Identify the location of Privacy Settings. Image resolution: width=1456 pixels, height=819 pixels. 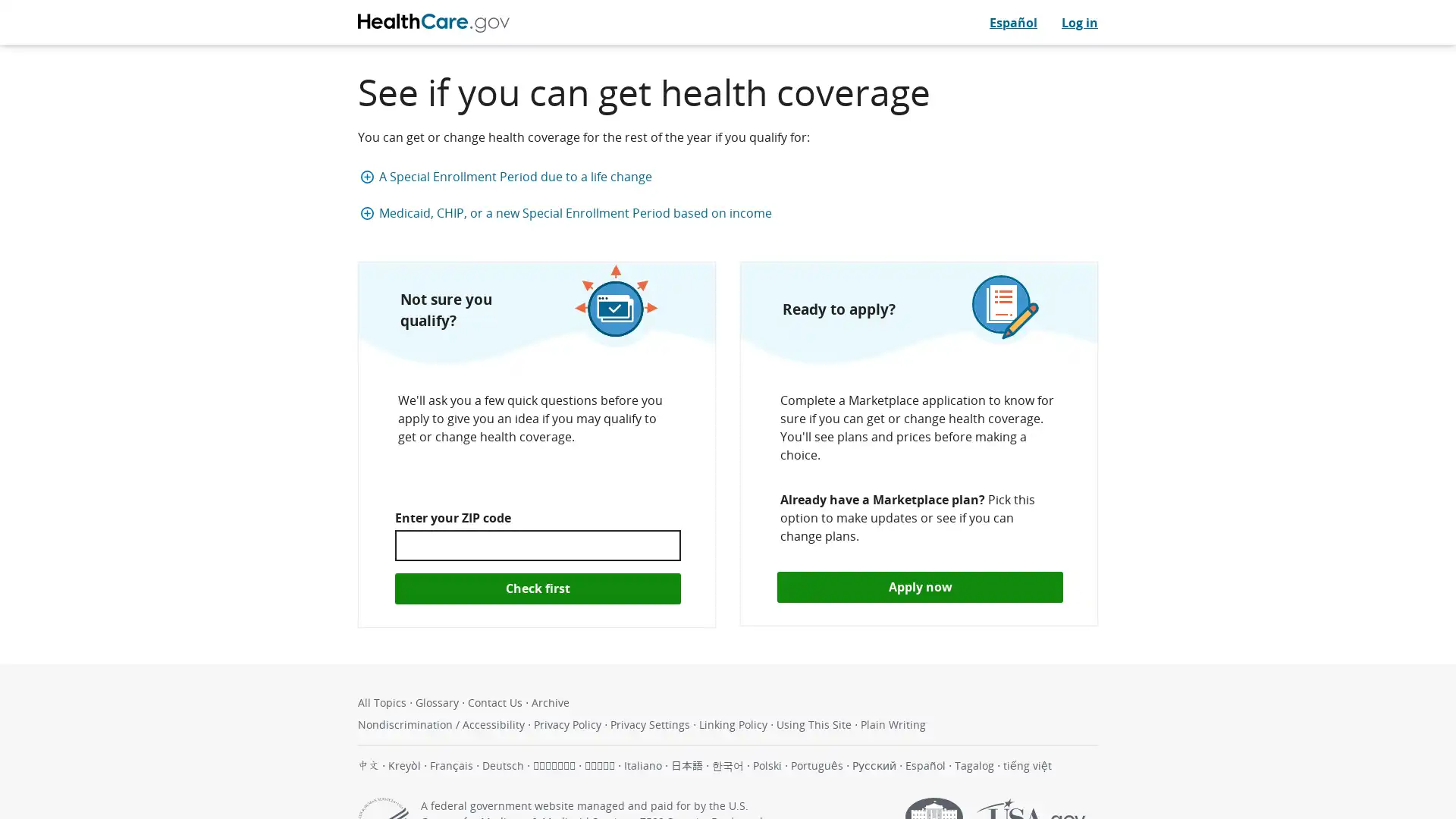
(651, 723).